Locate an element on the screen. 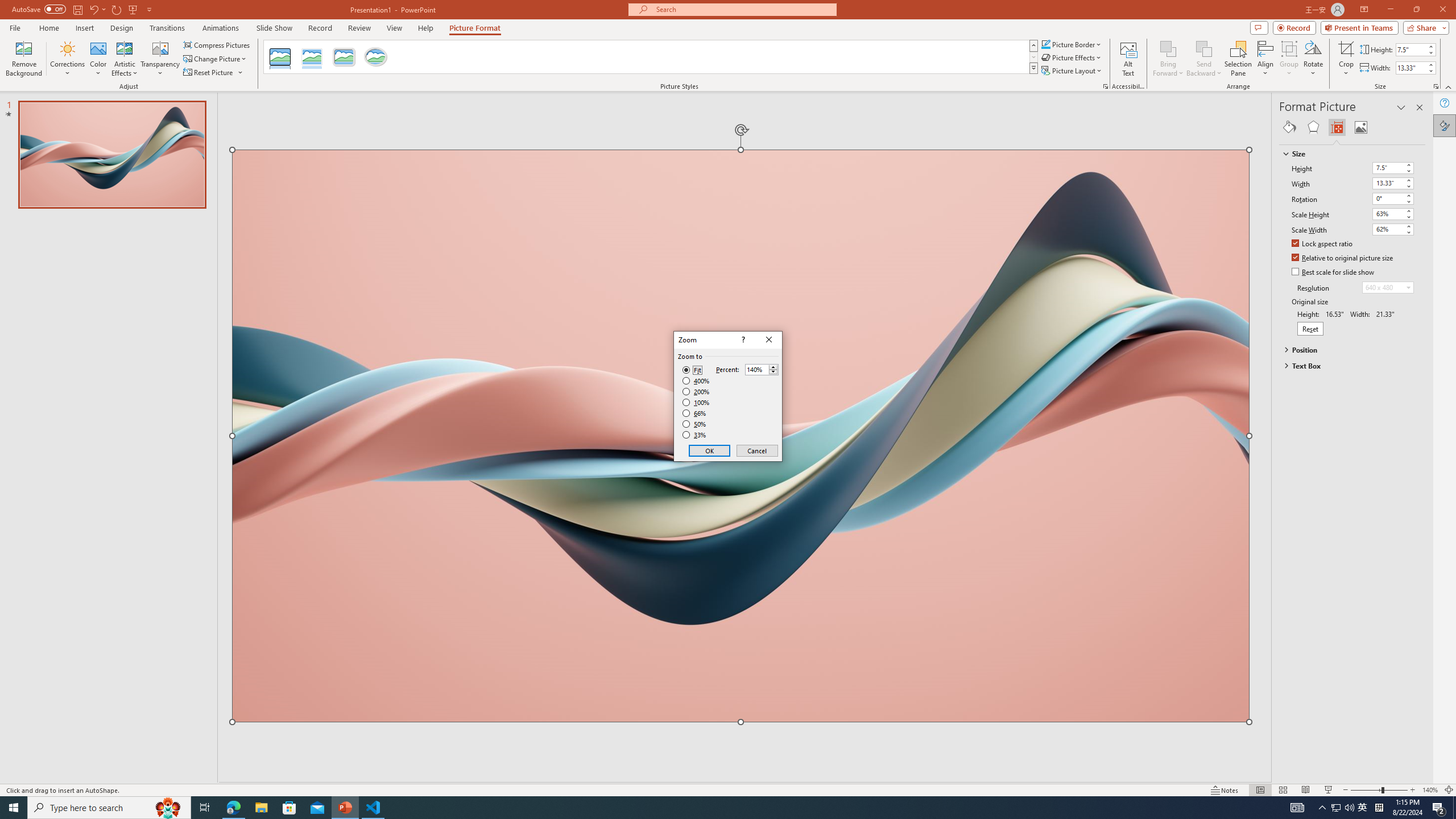 This screenshot has height=819, width=1456. 'Artistic Effects' is located at coordinates (125, 59).